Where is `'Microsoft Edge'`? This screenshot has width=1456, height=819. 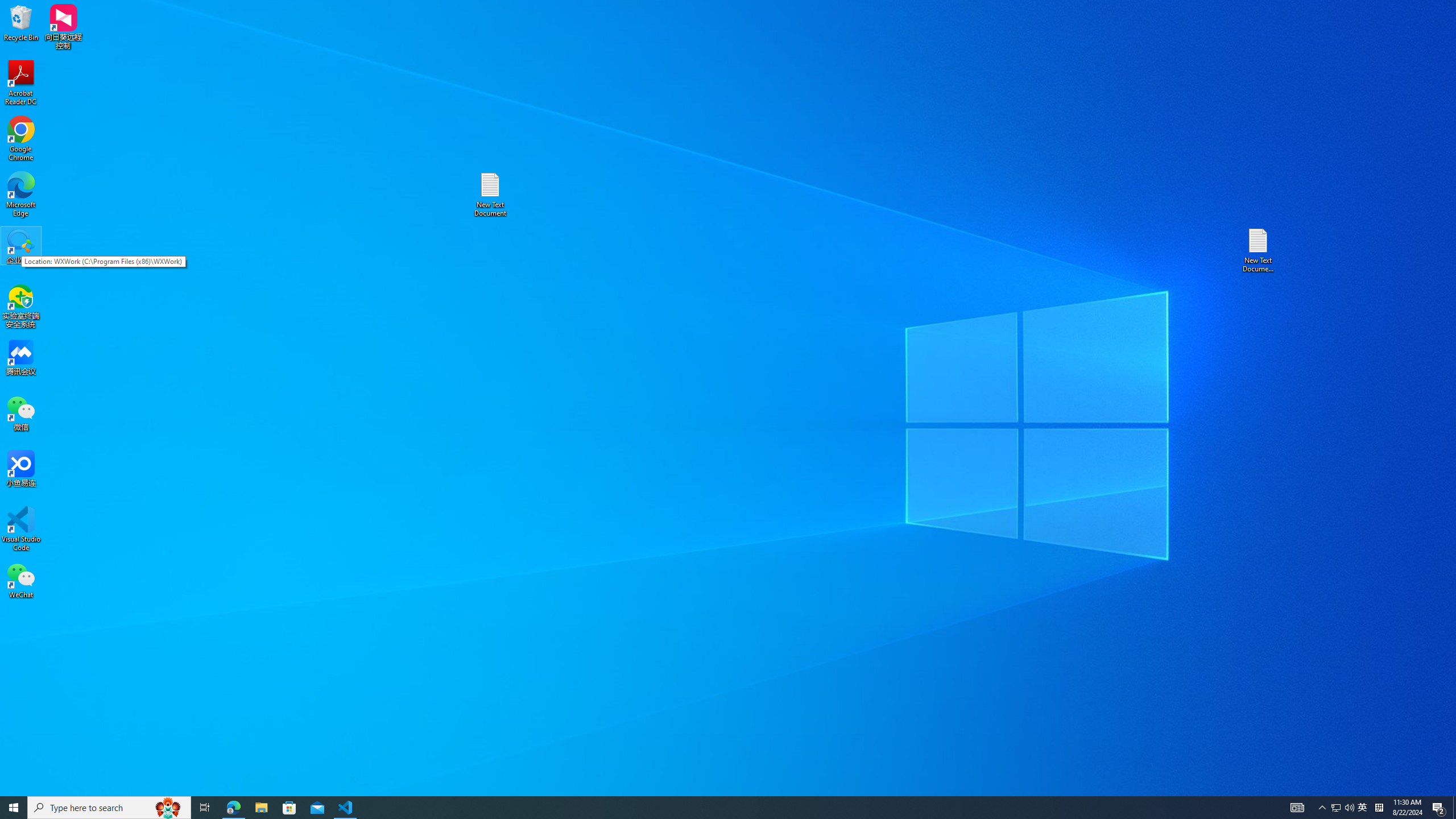 'Microsoft Edge' is located at coordinates (20, 194).